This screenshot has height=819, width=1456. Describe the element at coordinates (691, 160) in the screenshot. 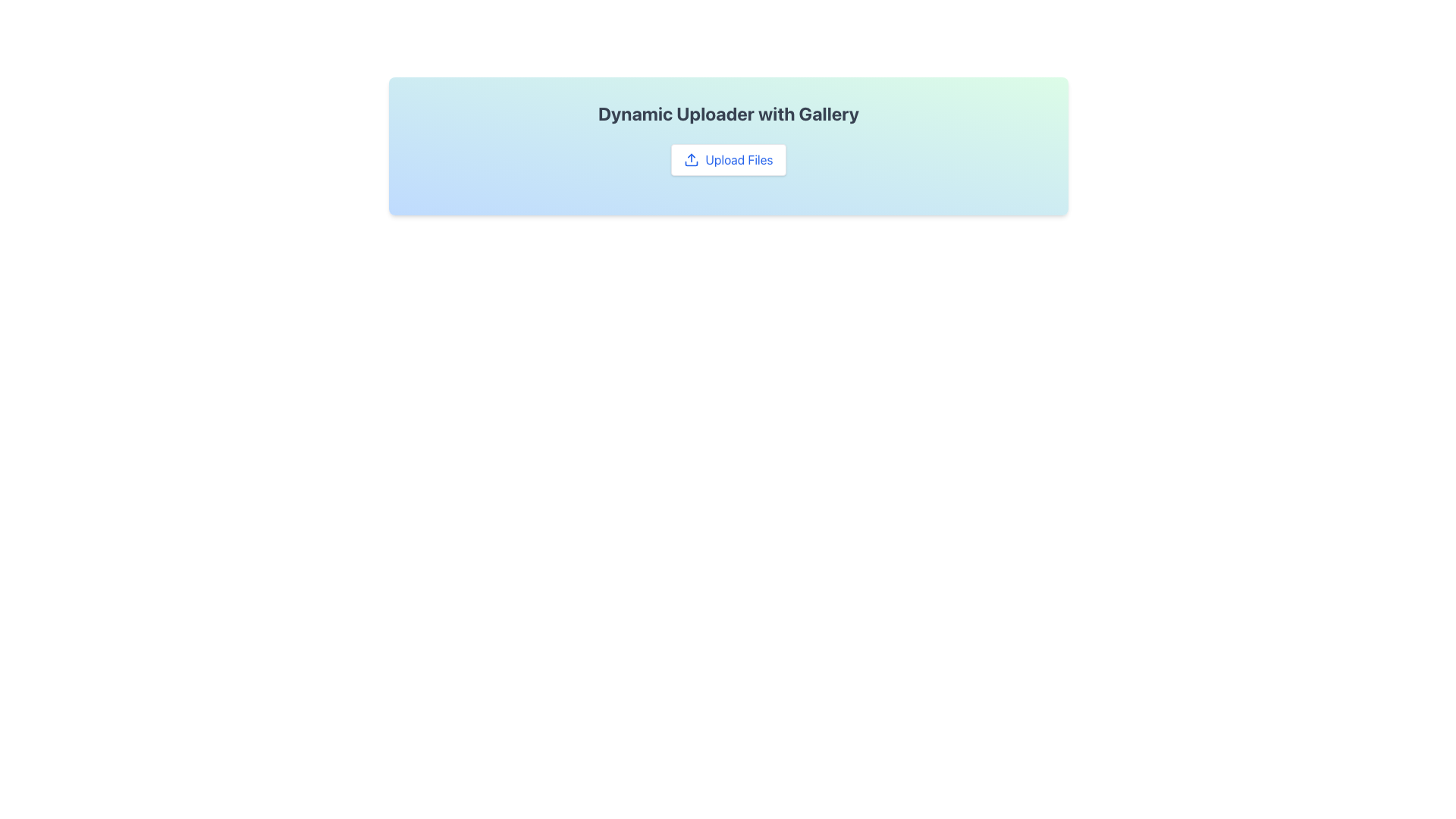

I see `the upload icon located to the left of the 'Upload Files' button within the blue gradient panel` at that location.